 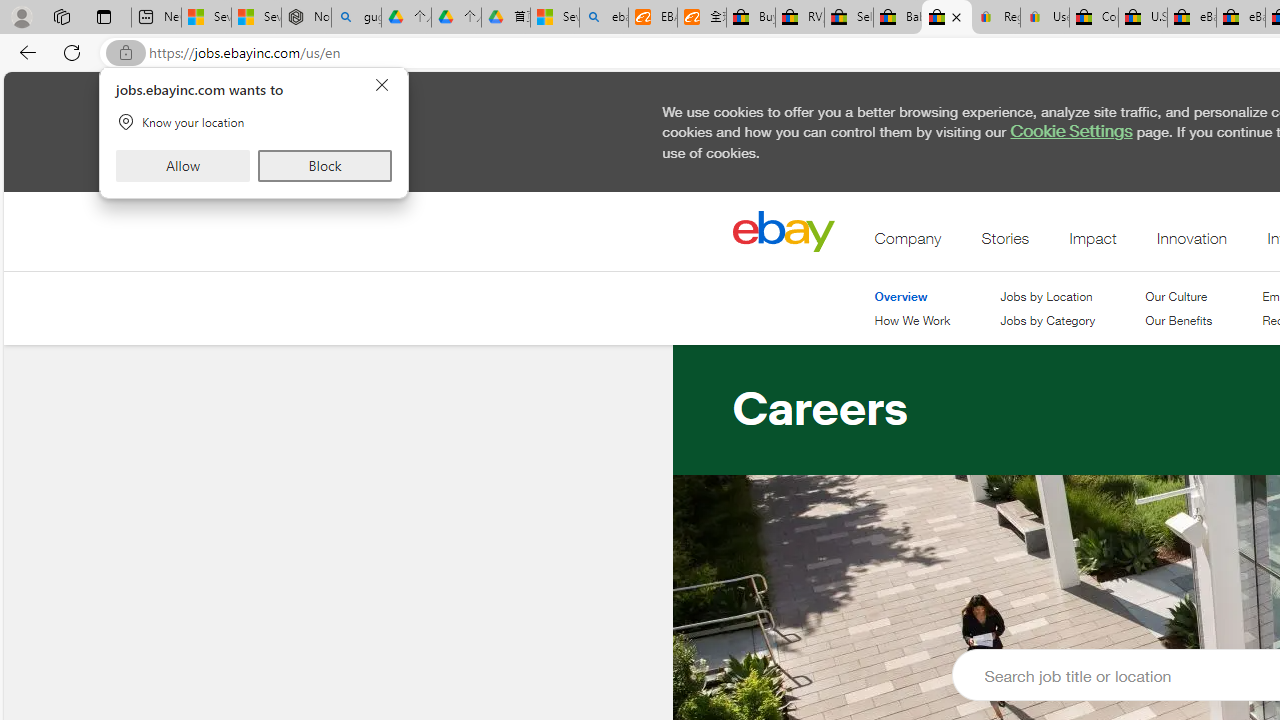 I want to click on 'Impact', so click(x=1092, y=242).